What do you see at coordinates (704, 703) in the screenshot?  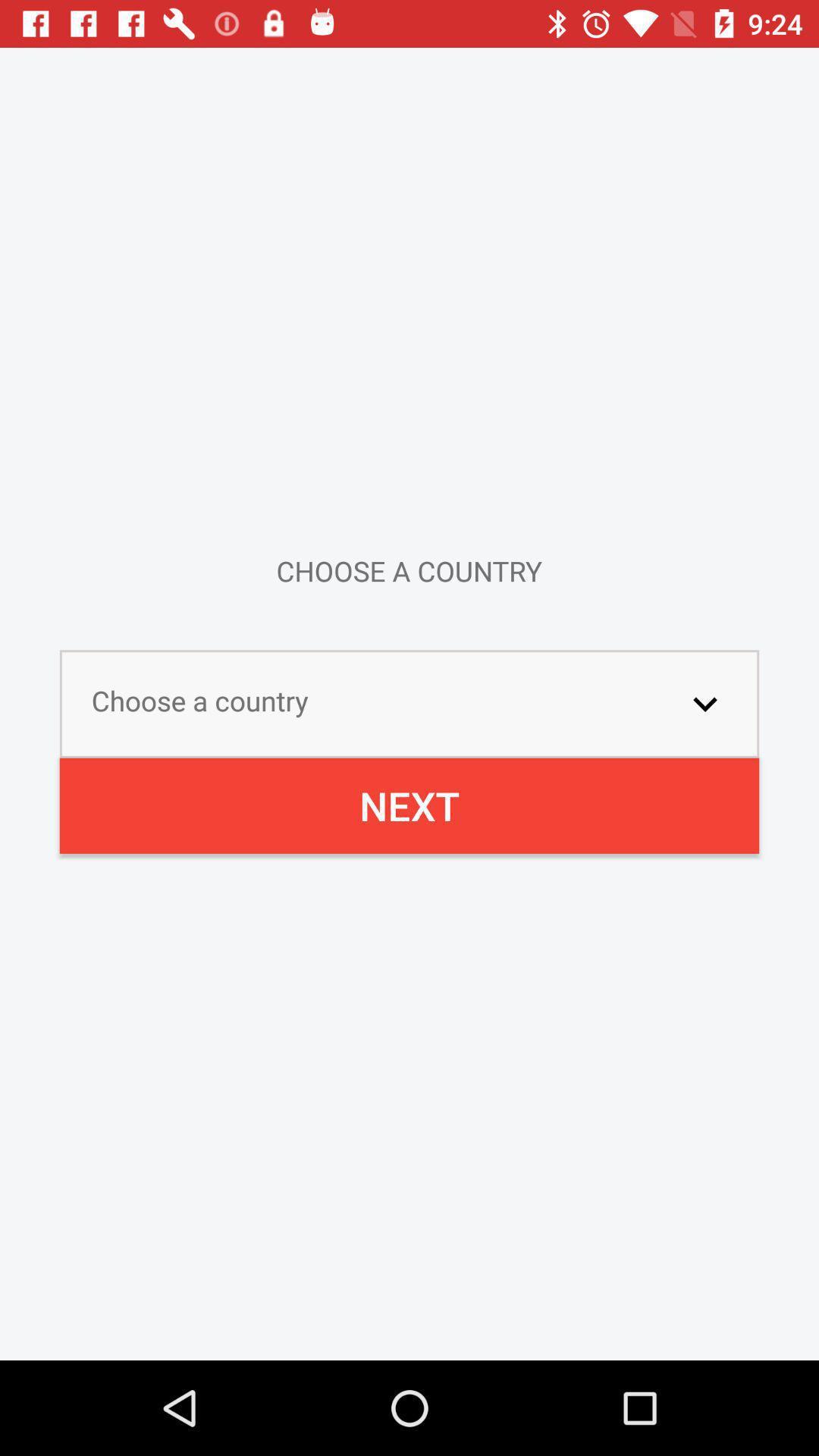 I see `the icon above the next icon` at bounding box center [704, 703].